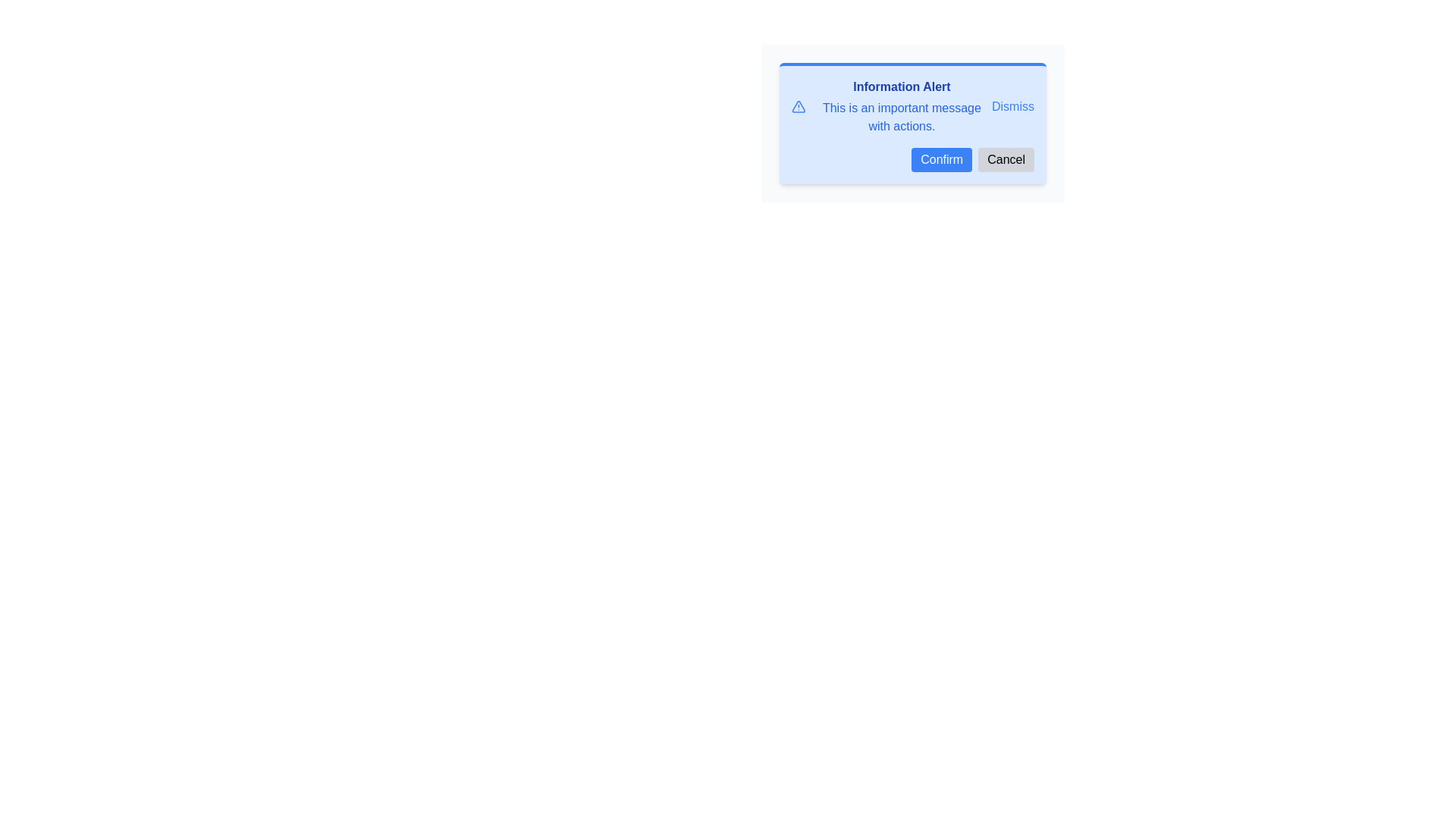  Describe the element at coordinates (902, 106) in the screenshot. I see `informational alert text located in the dialog box, which includes a title and a message, positioned centrally above the 'Confirm' and 'Cancel' buttons` at that location.